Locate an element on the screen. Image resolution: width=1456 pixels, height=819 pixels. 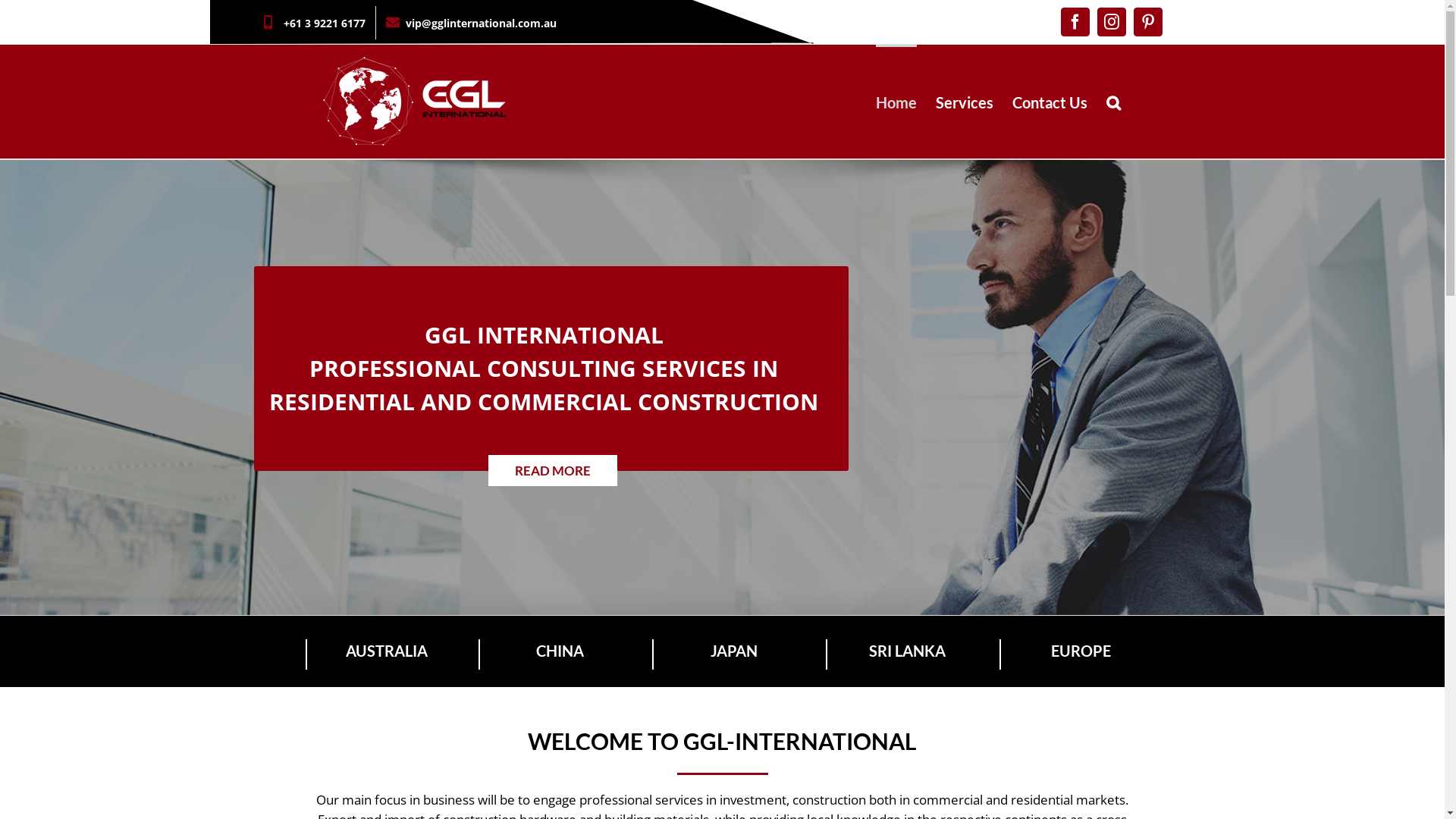
'Contact Us' is located at coordinates (1012, 102).